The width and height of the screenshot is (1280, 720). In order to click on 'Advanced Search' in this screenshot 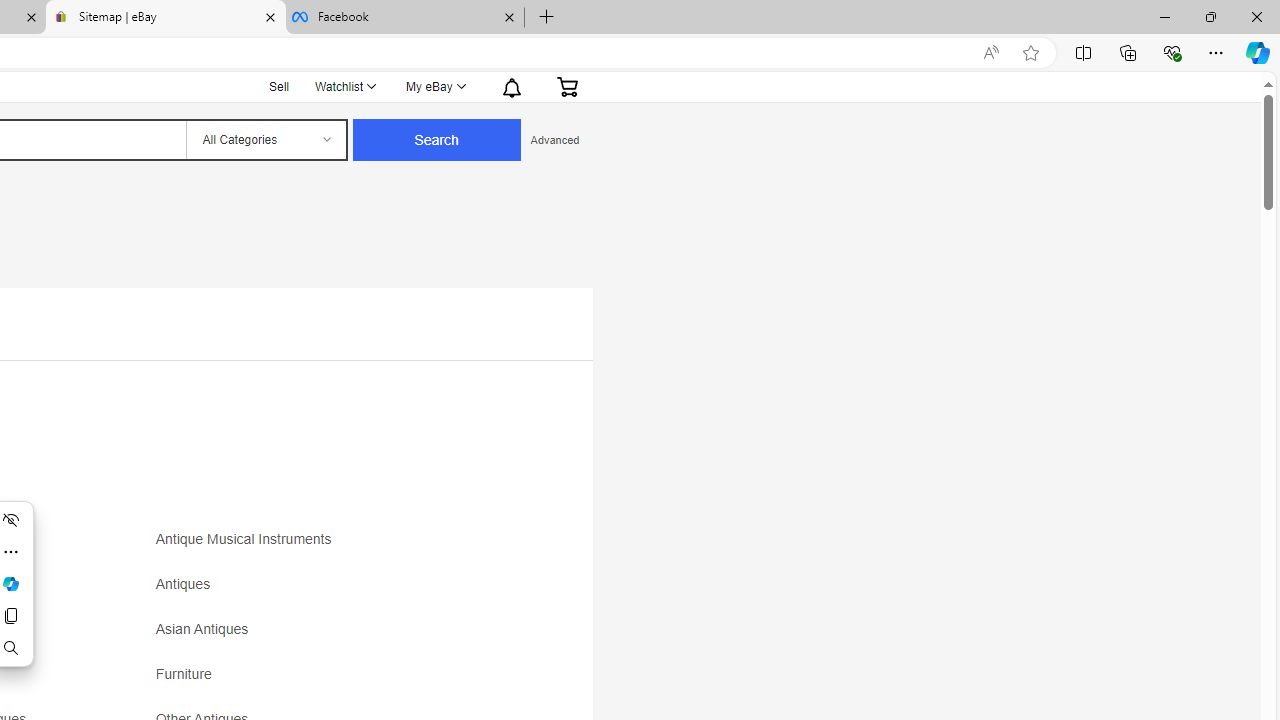, I will do `click(554, 139)`.